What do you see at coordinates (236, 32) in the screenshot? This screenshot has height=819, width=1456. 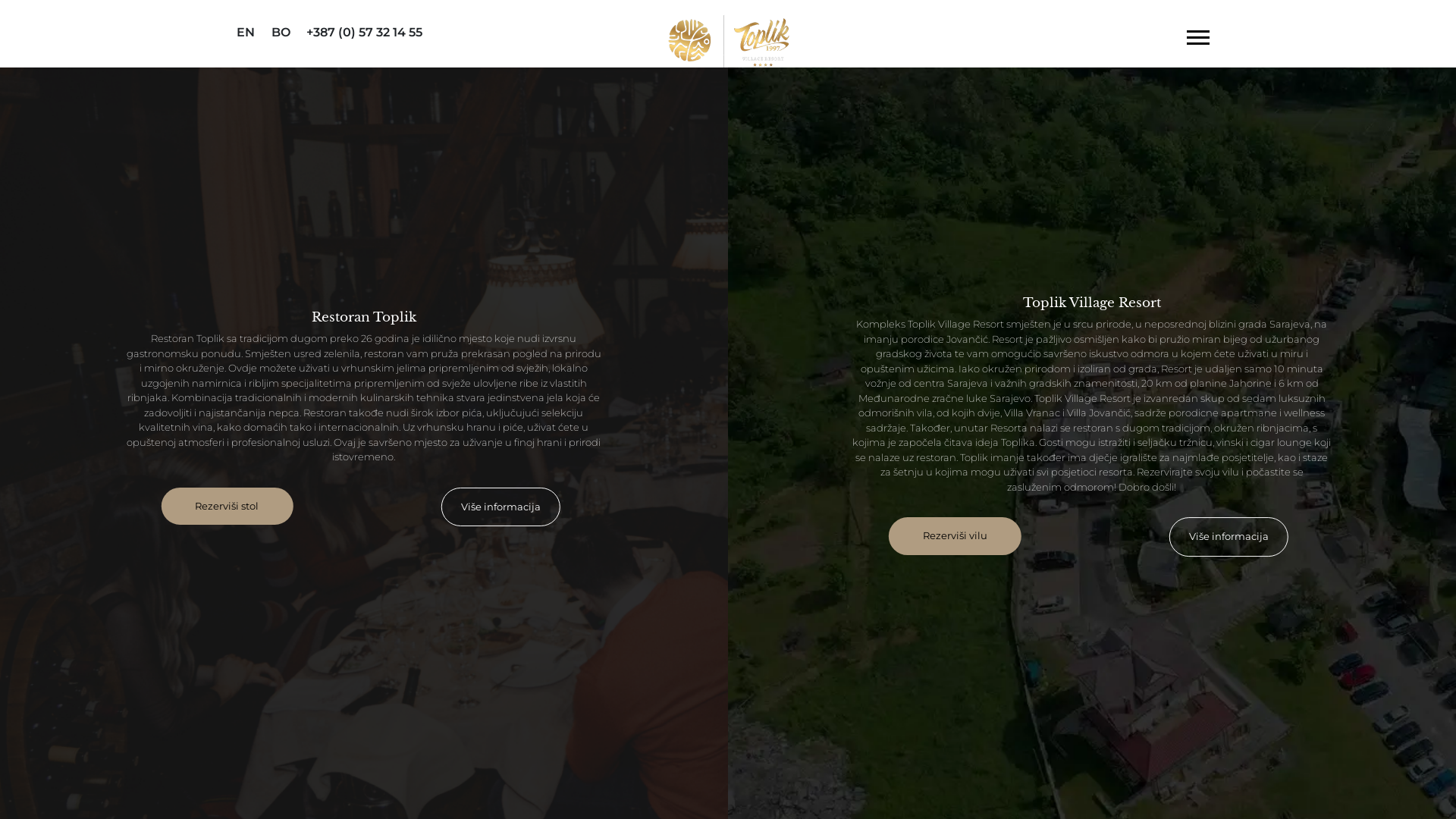 I see `'EN'` at bounding box center [236, 32].